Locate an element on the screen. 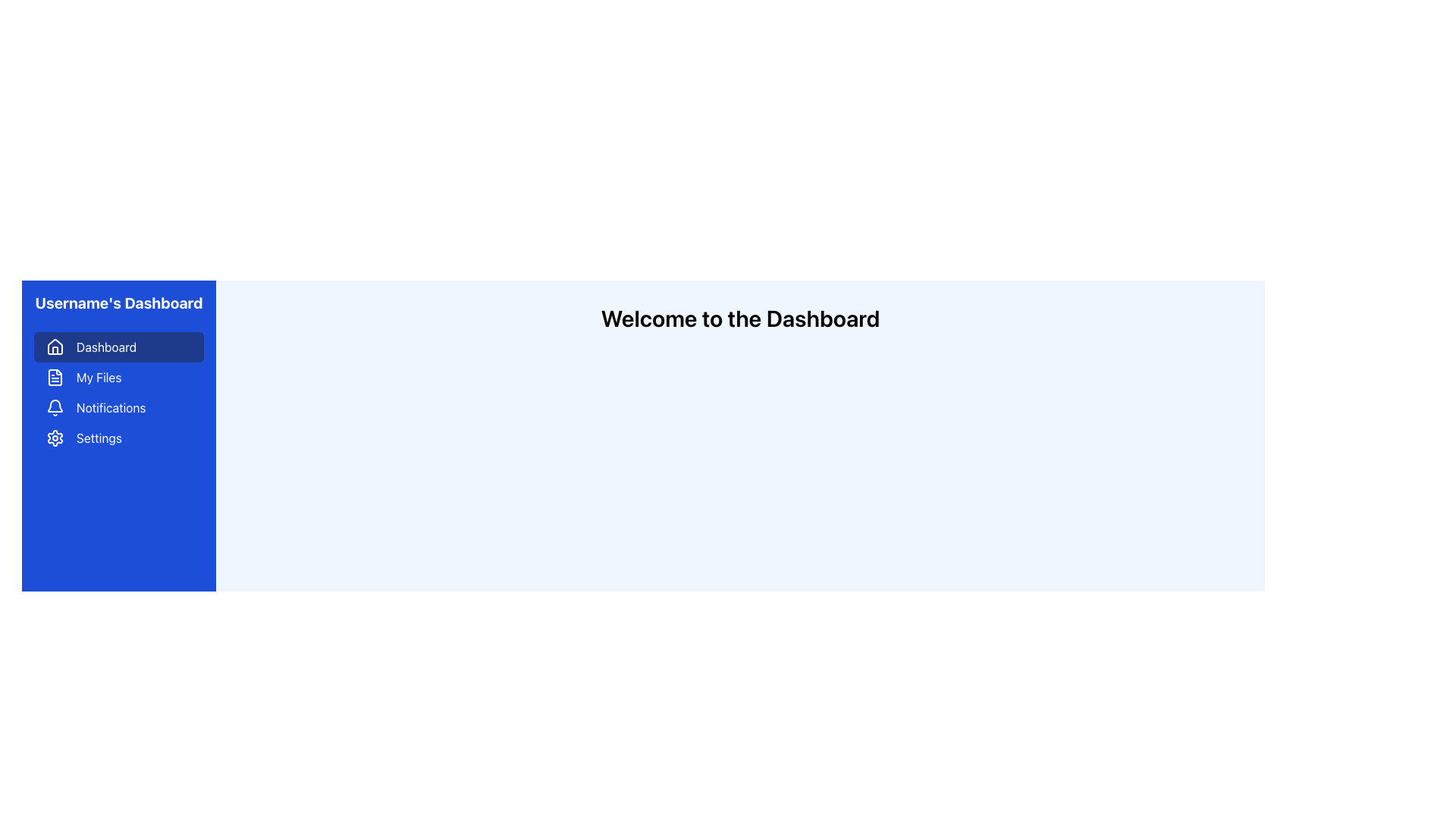  the 'My Files' icon located under the 'Dashboard' menu option in the left sidebar is located at coordinates (55, 376).